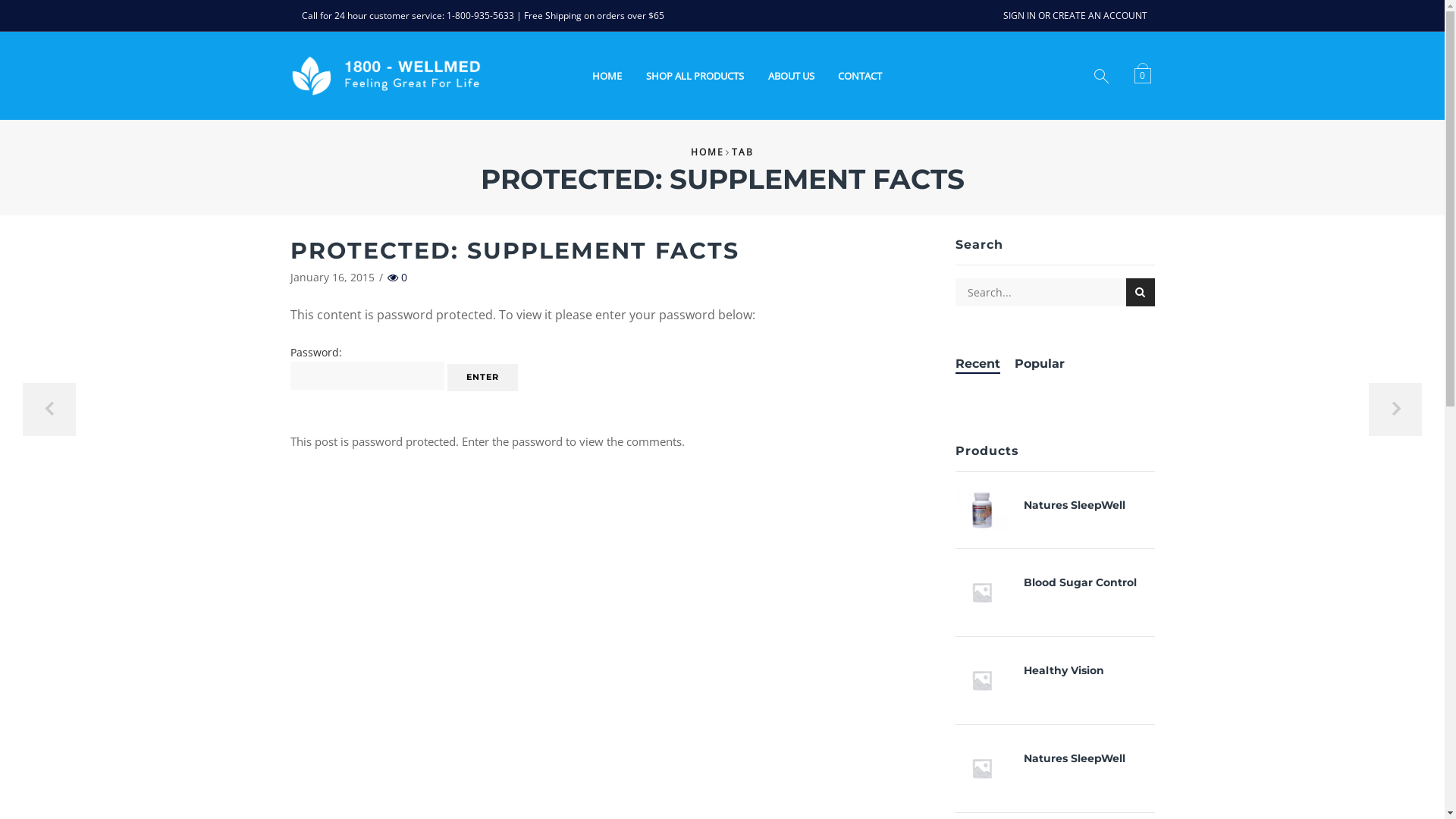 This screenshot has width=1456, height=819. I want to click on 'Natures SleepWell', so click(1073, 505).